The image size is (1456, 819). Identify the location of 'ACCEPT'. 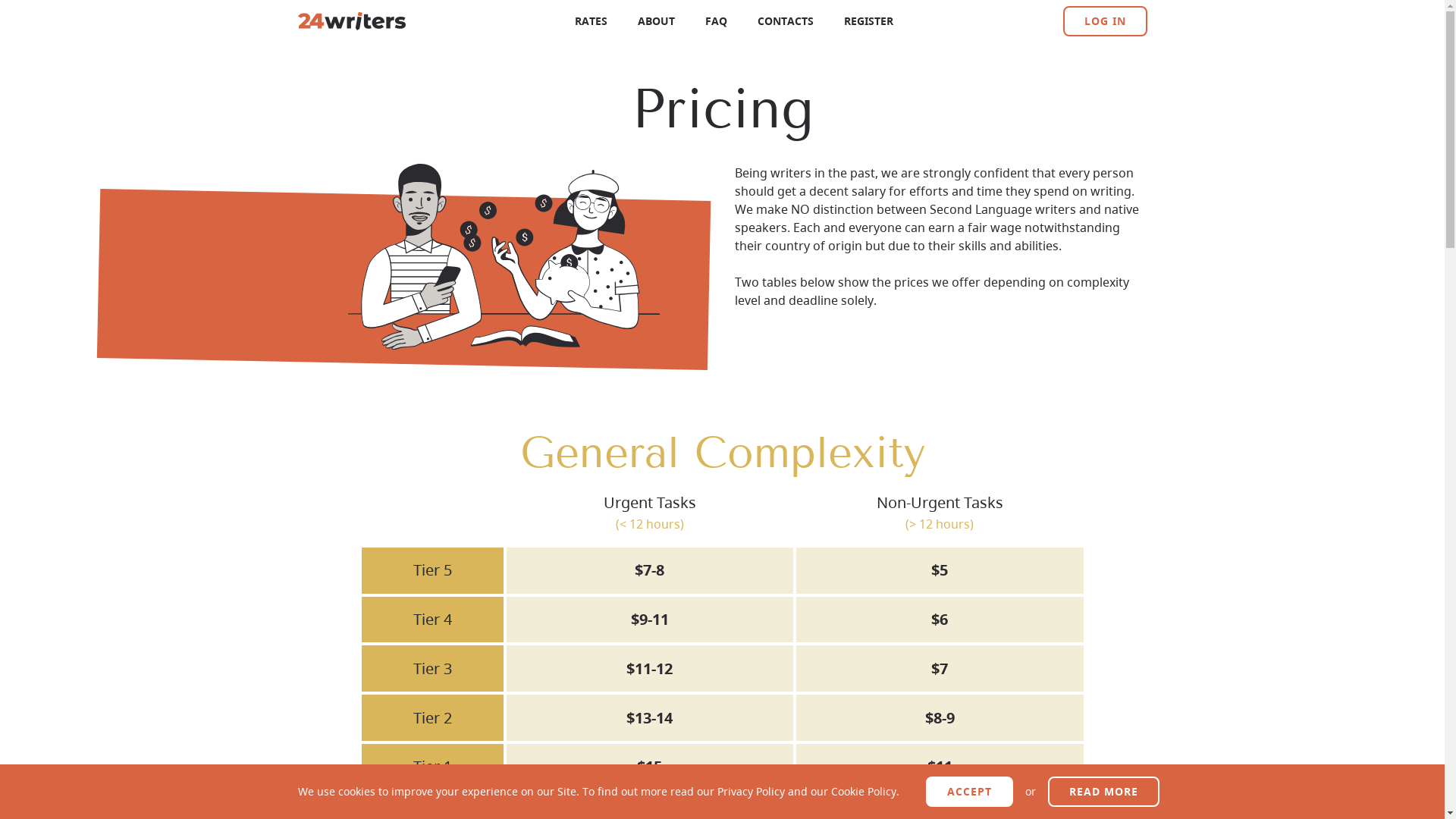
(968, 791).